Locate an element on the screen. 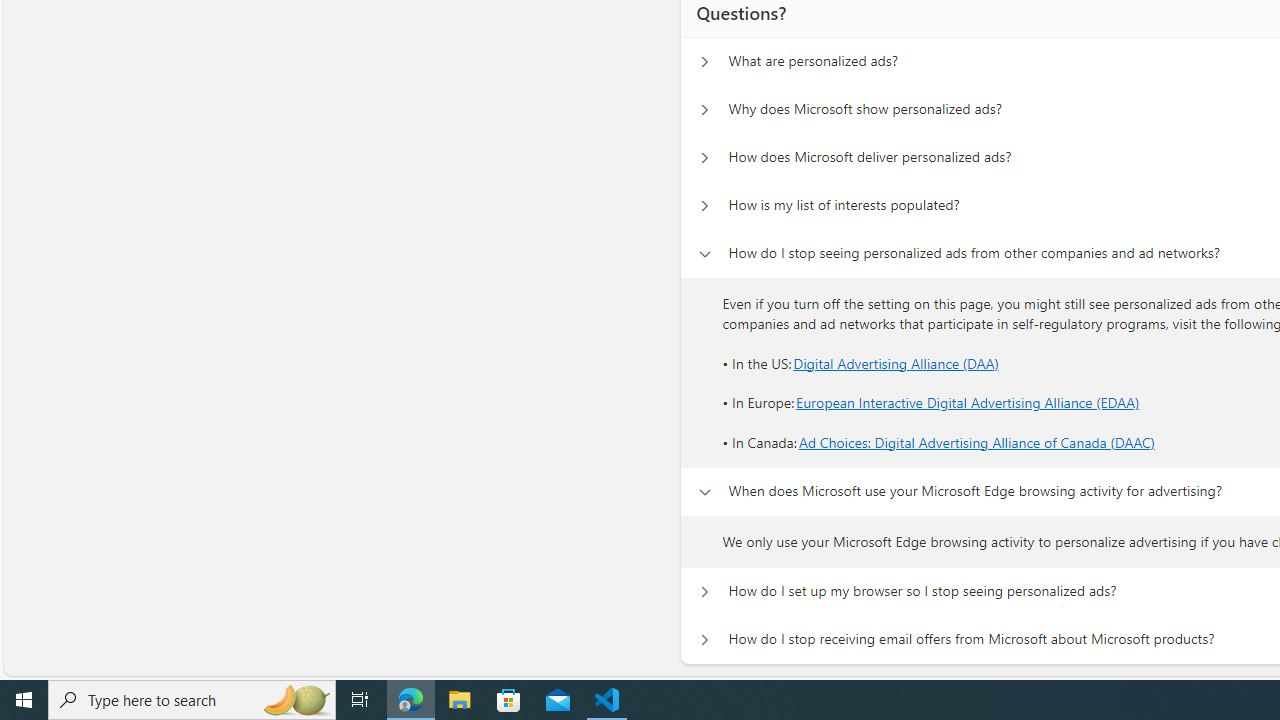  'European Interactive Digital Advertising Alliance (EDAA)' is located at coordinates (968, 403).